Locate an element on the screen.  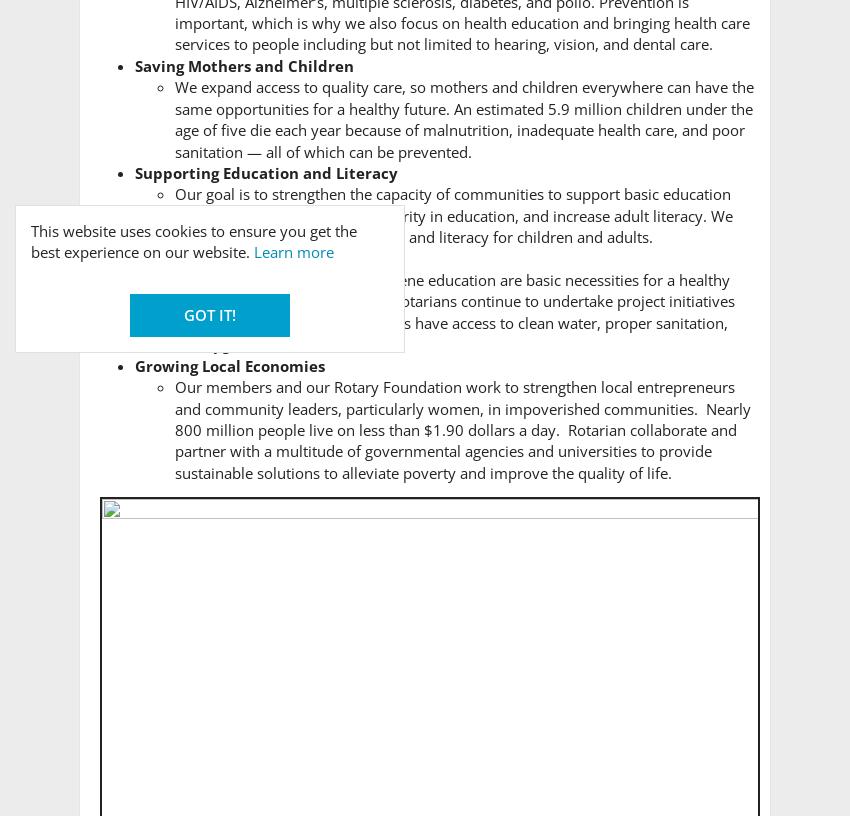
'This website uses cookies to ensure you get the best experience on our website.' is located at coordinates (192, 239).